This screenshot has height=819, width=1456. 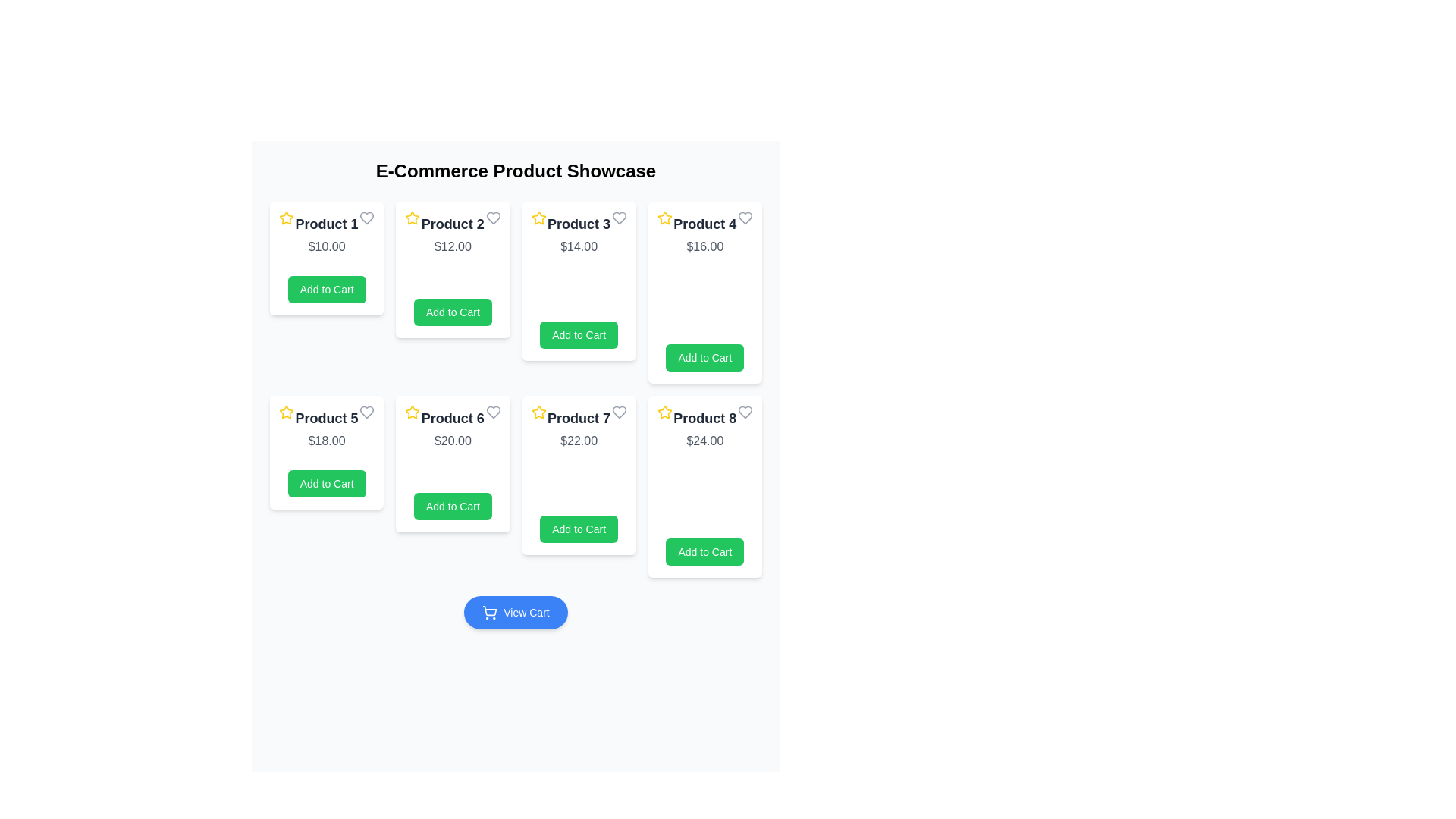 What do you see at coordinates (413, 218) in the screenshot?
I see `the star icon with a yellow outline located in the card for Product 2` at bounding box center [413, 218].